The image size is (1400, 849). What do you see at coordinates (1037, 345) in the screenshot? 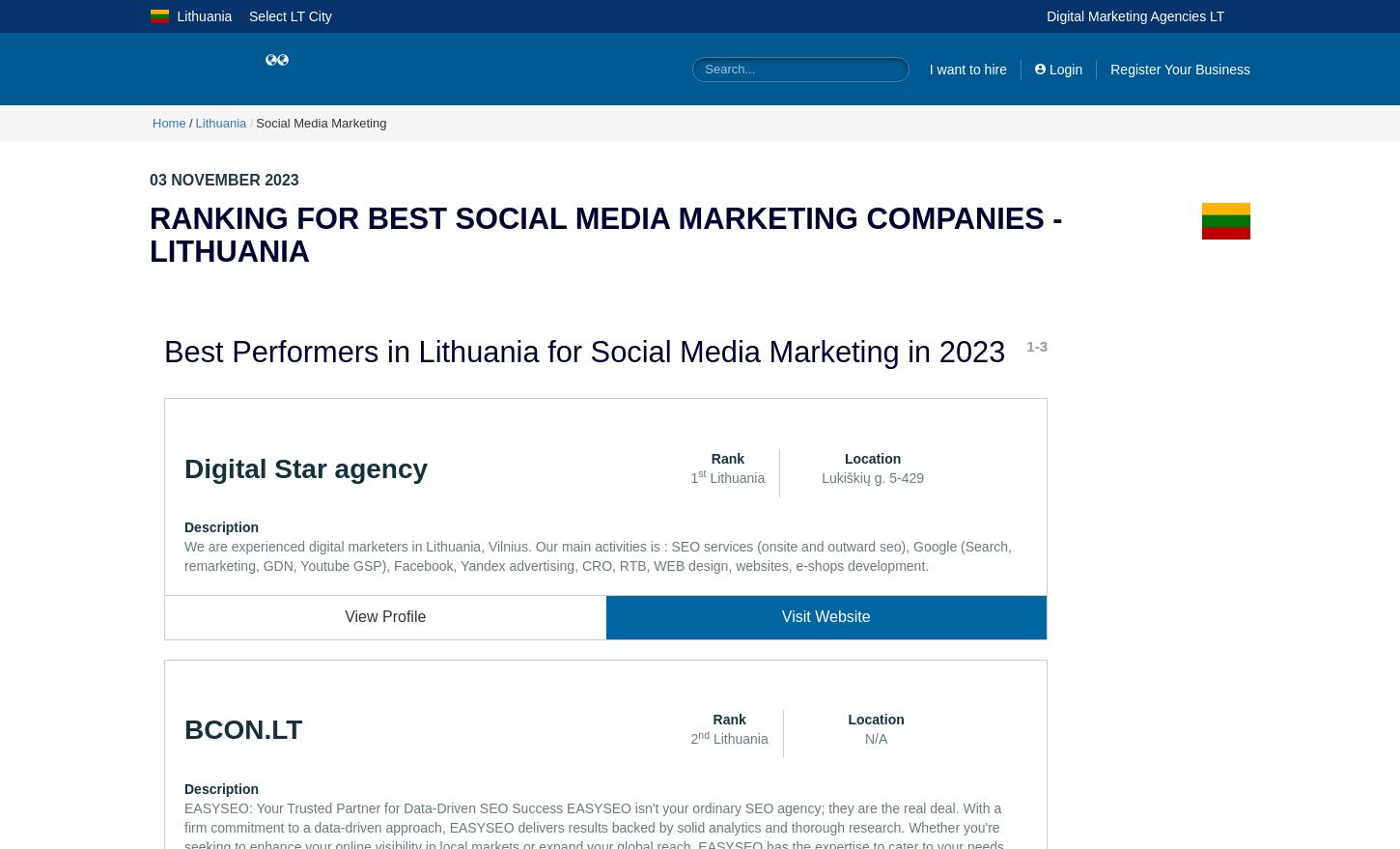
I see `'1-3'` at bounding box center [1037, 345].